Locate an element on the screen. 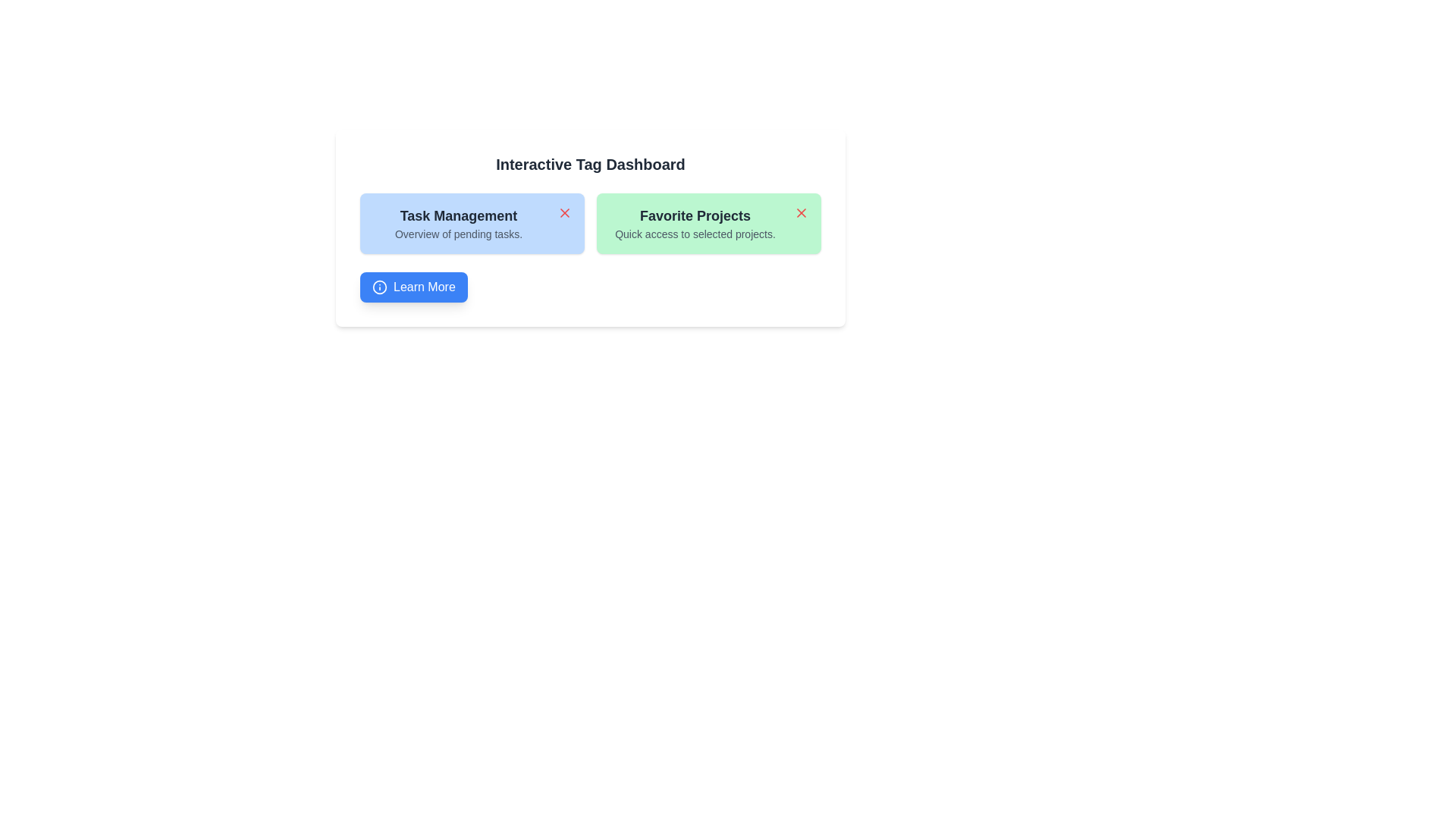 This screenshot has width=1456, height=819. the 'Learn More' button located below the 'Task Management' section of the 'Interactive Tag Dashboard' is located at coordinates (413, 287).